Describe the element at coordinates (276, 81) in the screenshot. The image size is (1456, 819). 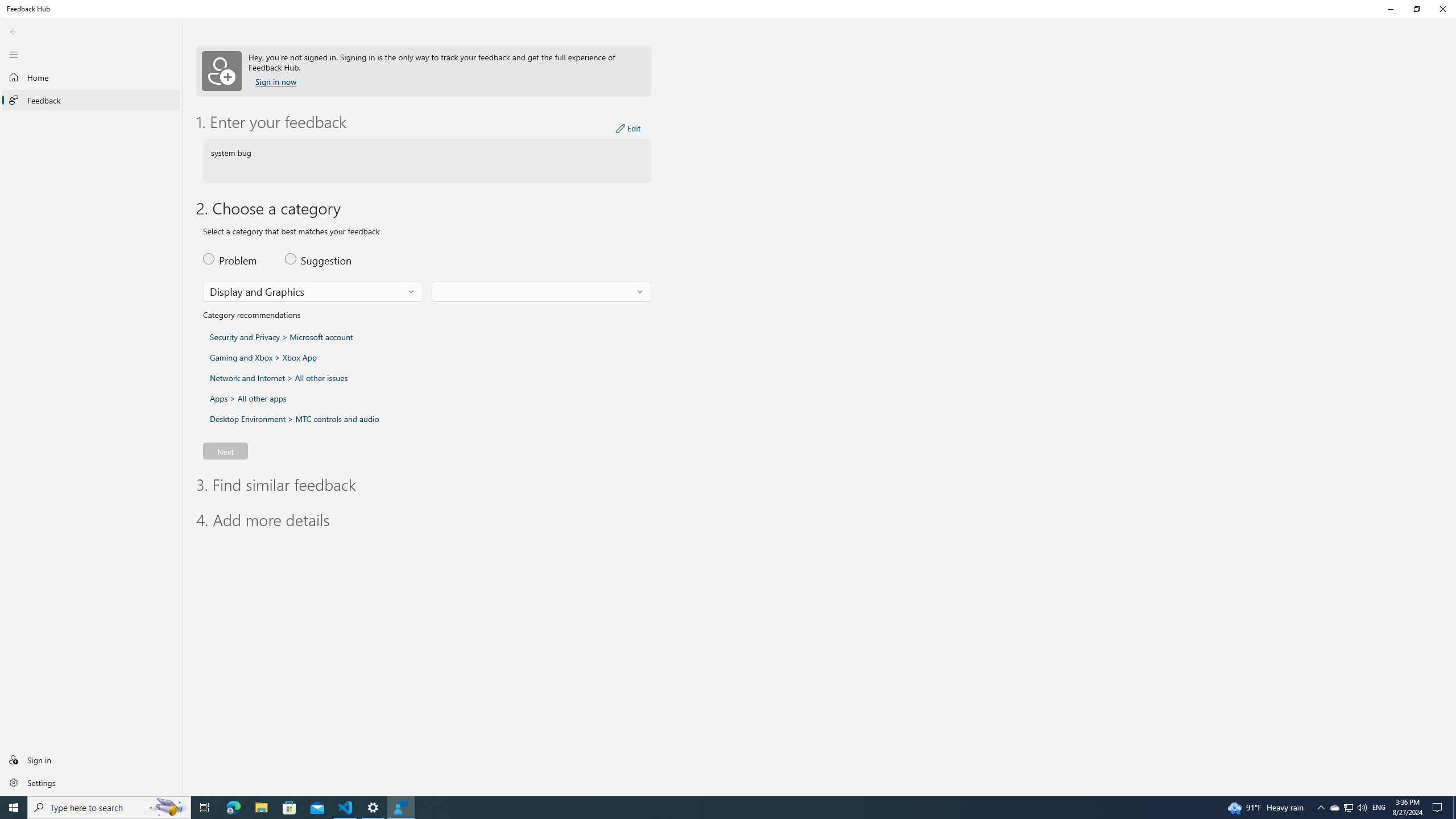
I see `'Sign in now'` at that location.